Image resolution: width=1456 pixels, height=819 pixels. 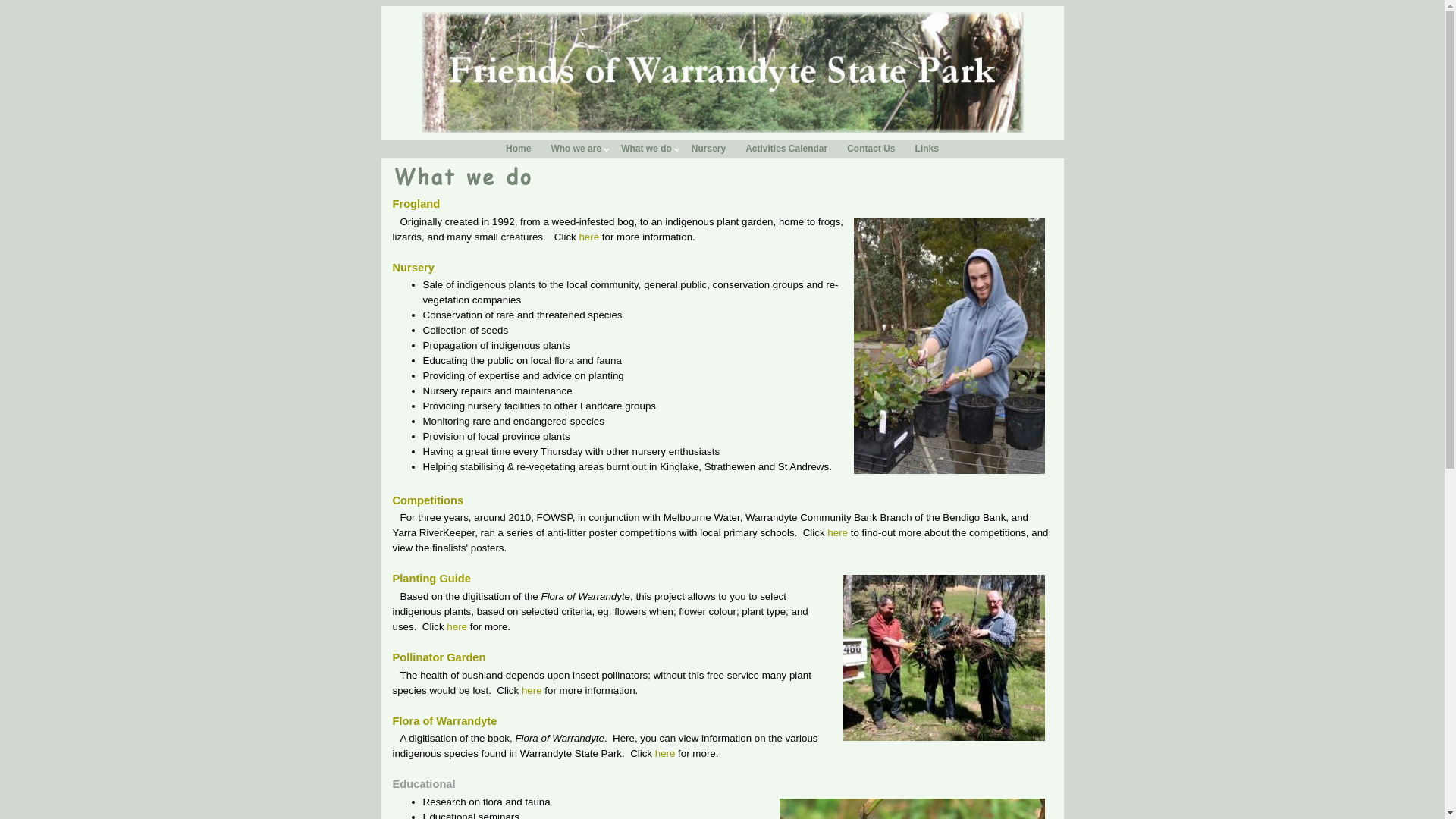 I want to click on 'Pollinator Garden', so click(x=438, y=657).